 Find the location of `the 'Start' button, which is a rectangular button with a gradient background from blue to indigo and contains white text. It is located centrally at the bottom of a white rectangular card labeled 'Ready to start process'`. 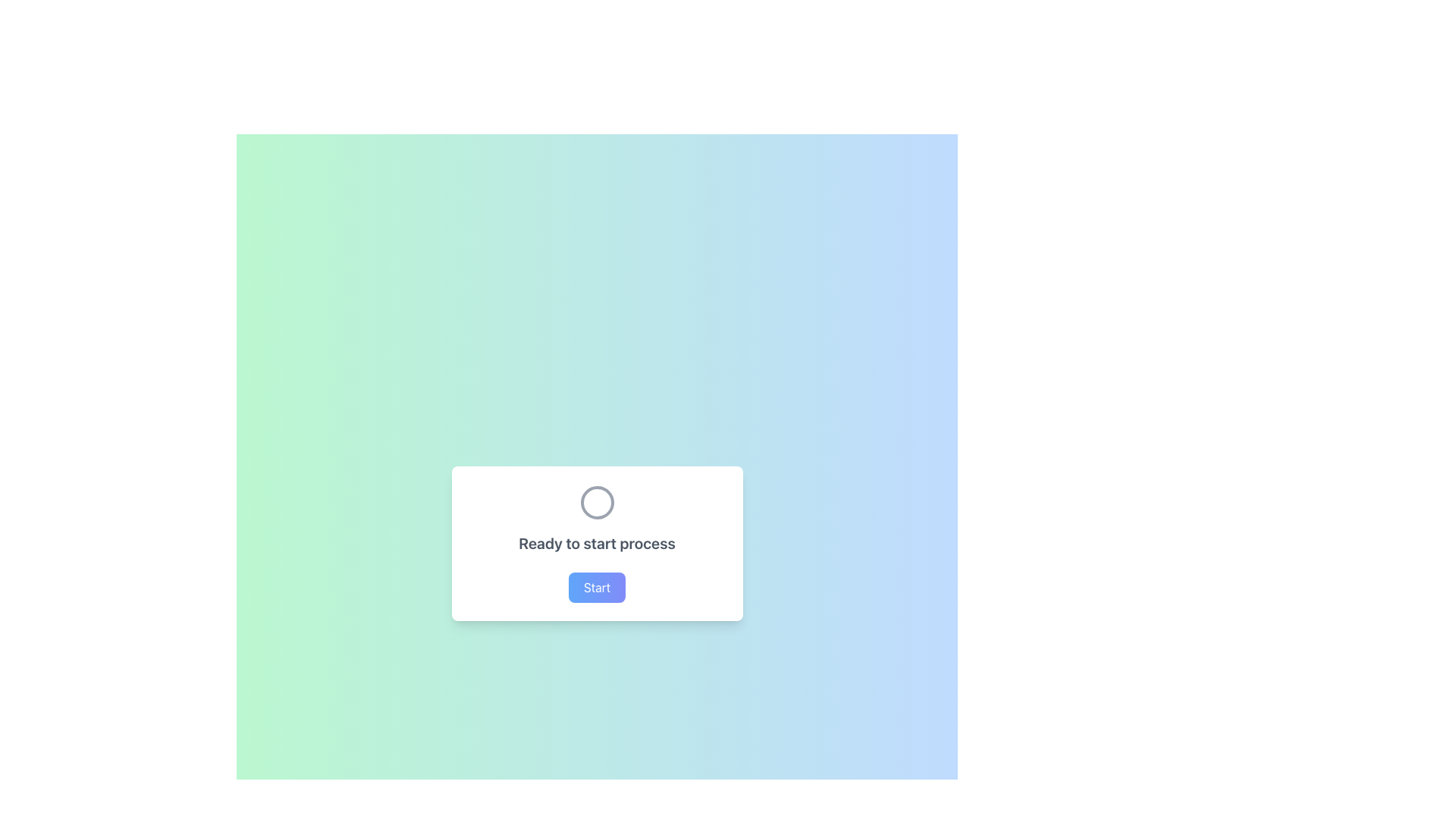

the 'Start' button, which is a rectangular button with a gradient background from blue to indigo and contains white text. It is located centrally at the bottom of a white rectangular card labeled 'Ready to start process' is located at coordinates (596, 587).